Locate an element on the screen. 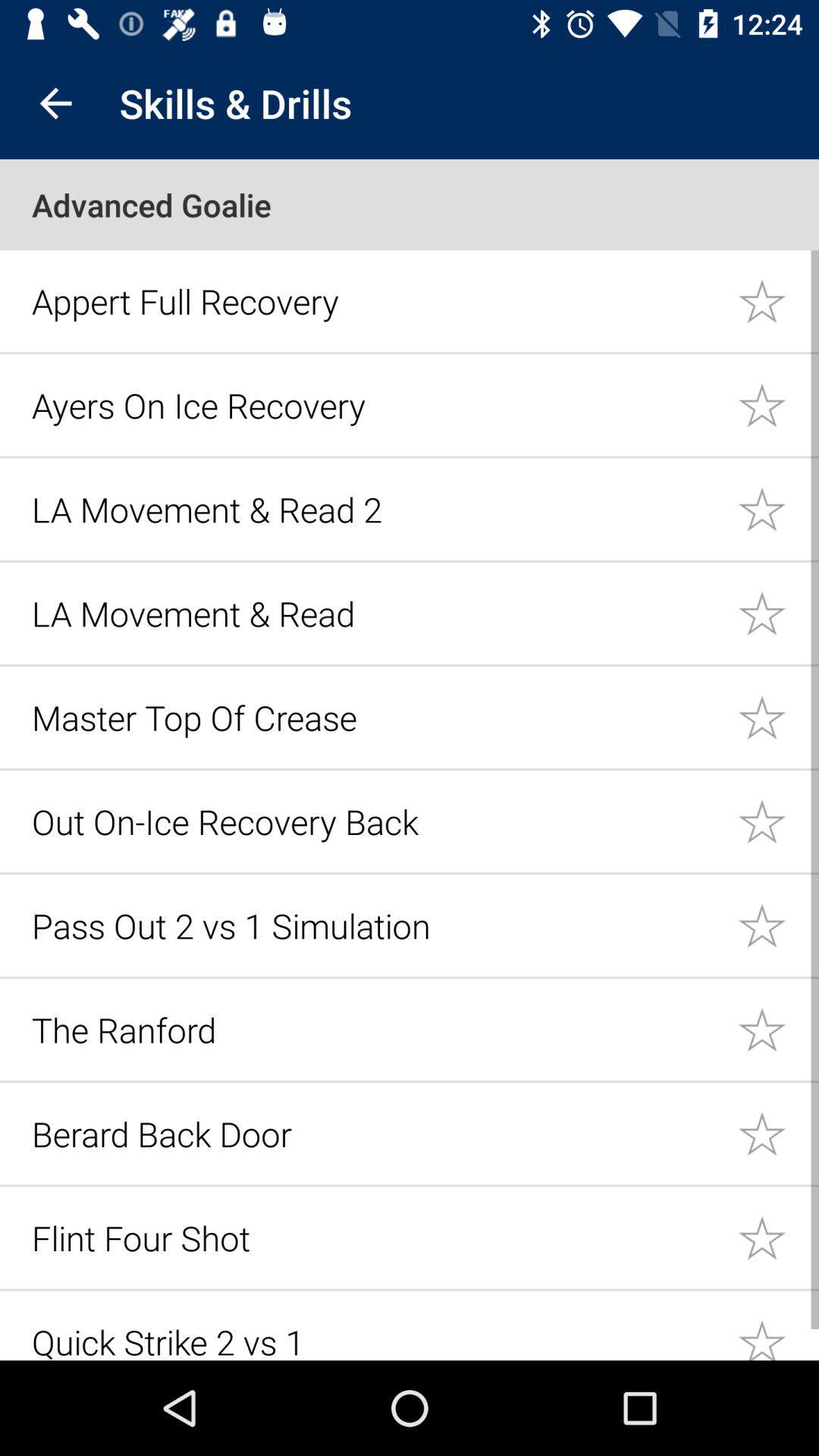  bookmark drill is located at coordinates (778, 300).